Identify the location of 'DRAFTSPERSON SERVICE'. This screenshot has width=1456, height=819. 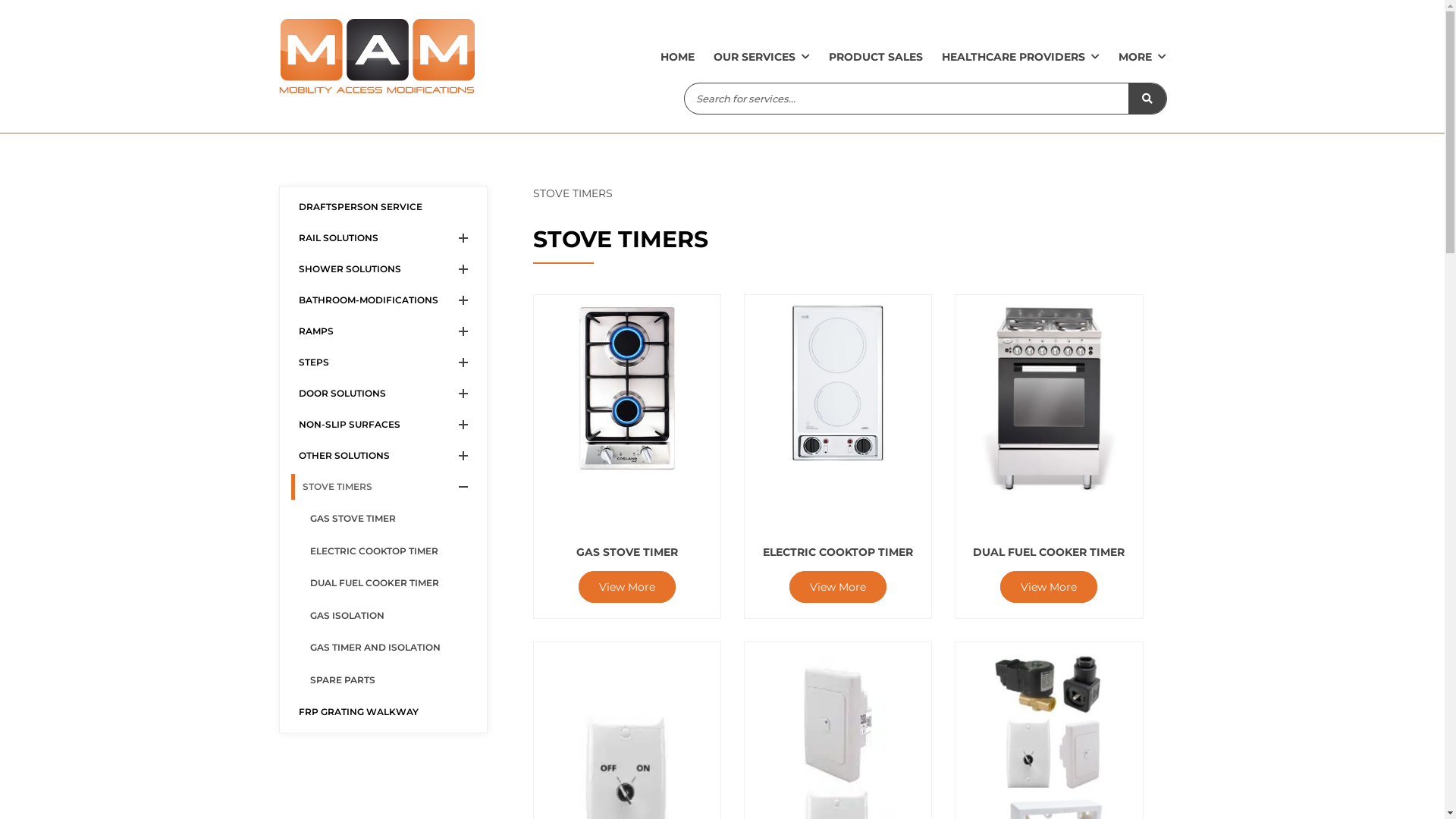
(383, 207).